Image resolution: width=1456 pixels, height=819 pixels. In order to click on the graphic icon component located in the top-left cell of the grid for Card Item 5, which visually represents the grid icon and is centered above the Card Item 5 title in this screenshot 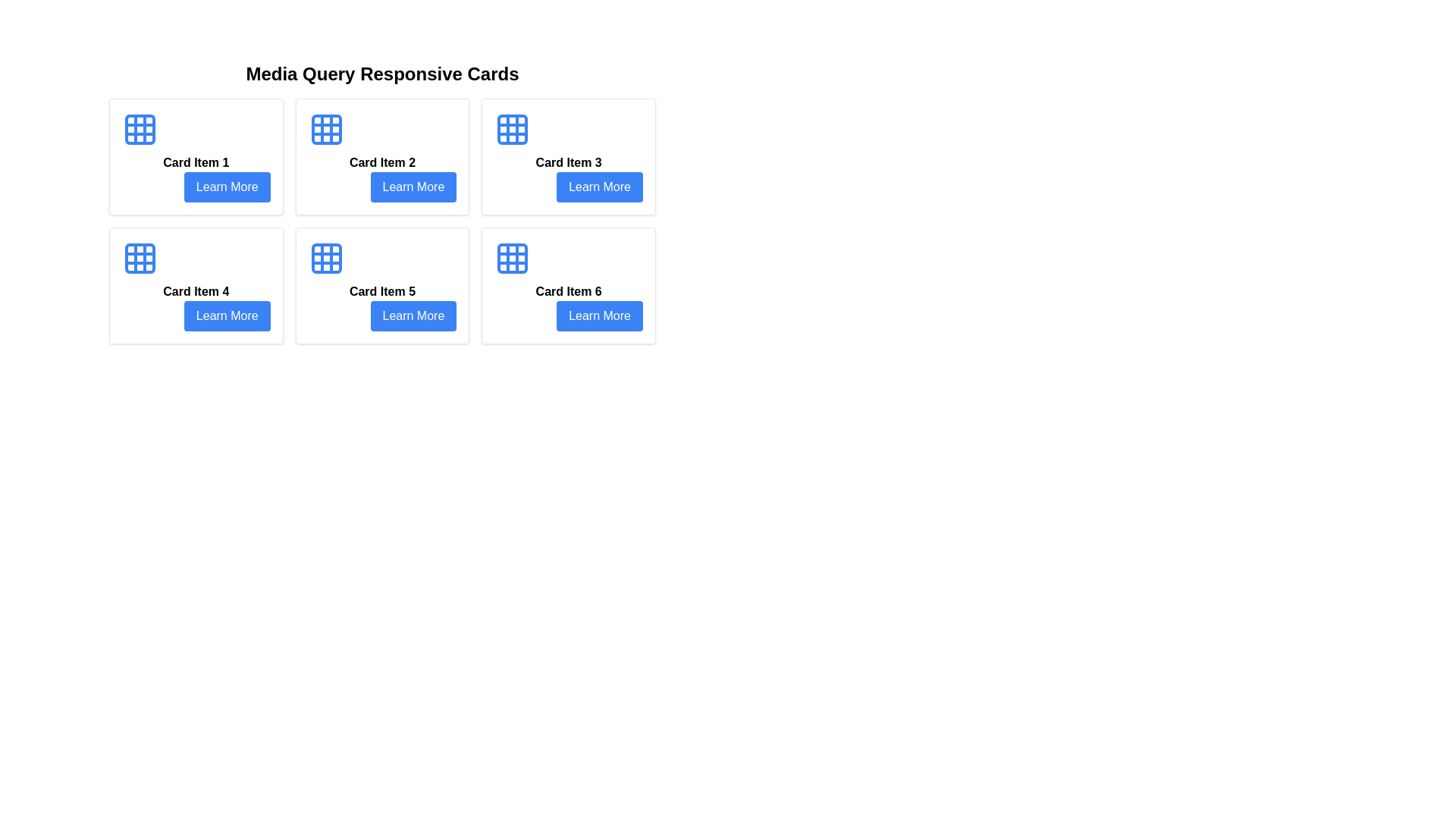, I will do `click(325, 257)`.